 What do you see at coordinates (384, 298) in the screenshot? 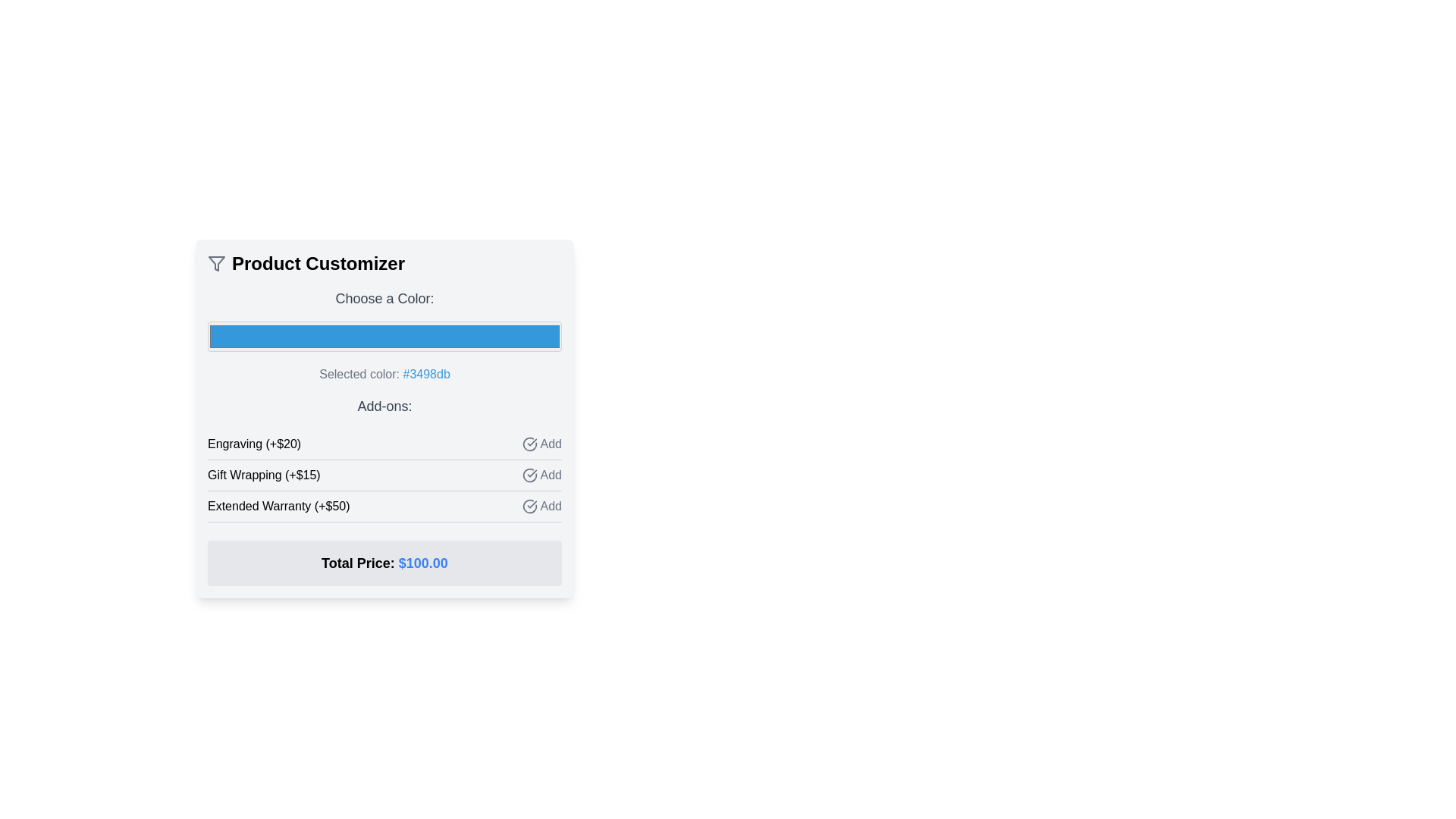
I see `the descriptive label indicating the 'Choose a Color' section, which is positioned above the color selection box` at bounding box center [384, 298].